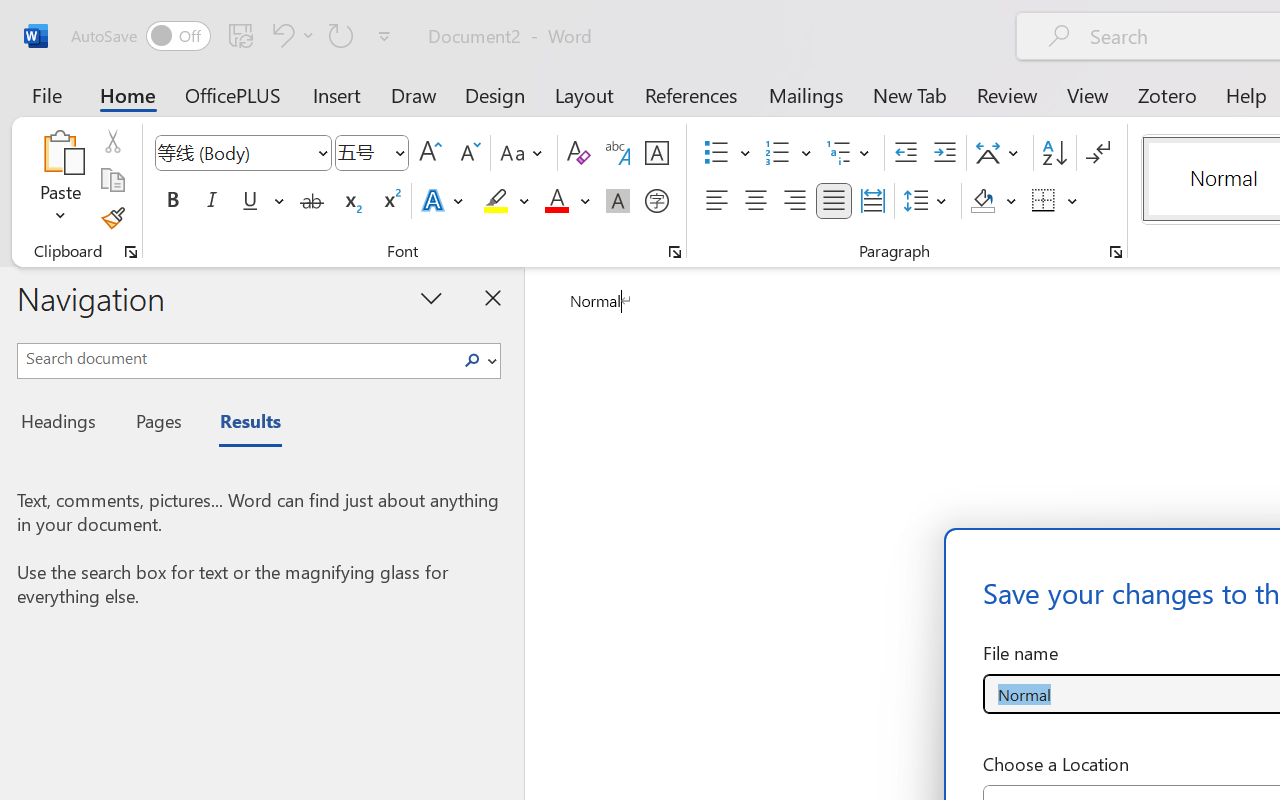 This screenshot has width=1280, height=800. Describe the element at coordinates (429, 153) in the screenshot. I see `'Grow Font'` at that location.